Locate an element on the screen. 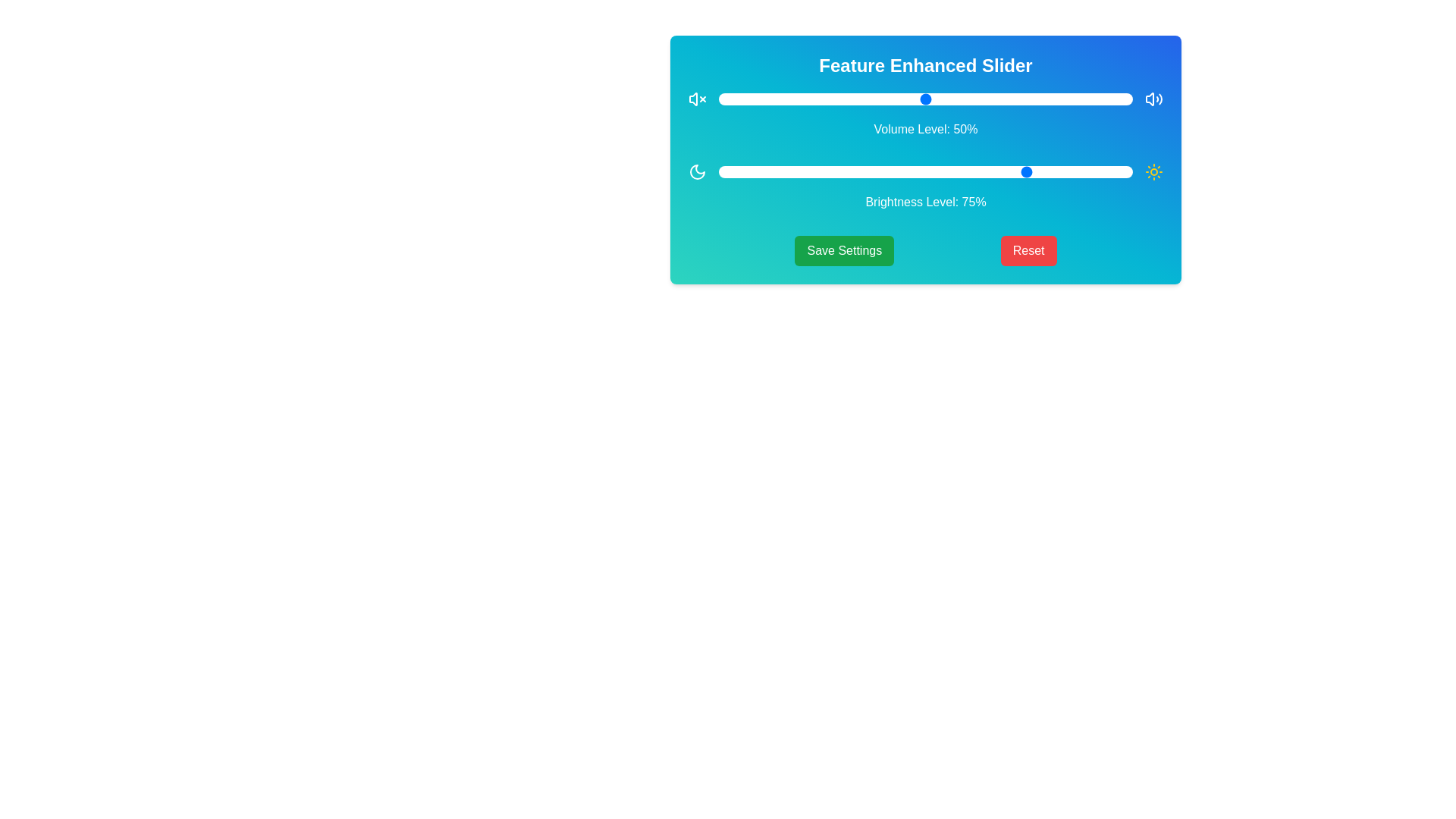 The image size is (1456, 819). brightness is located at coordinates (1040, 171).